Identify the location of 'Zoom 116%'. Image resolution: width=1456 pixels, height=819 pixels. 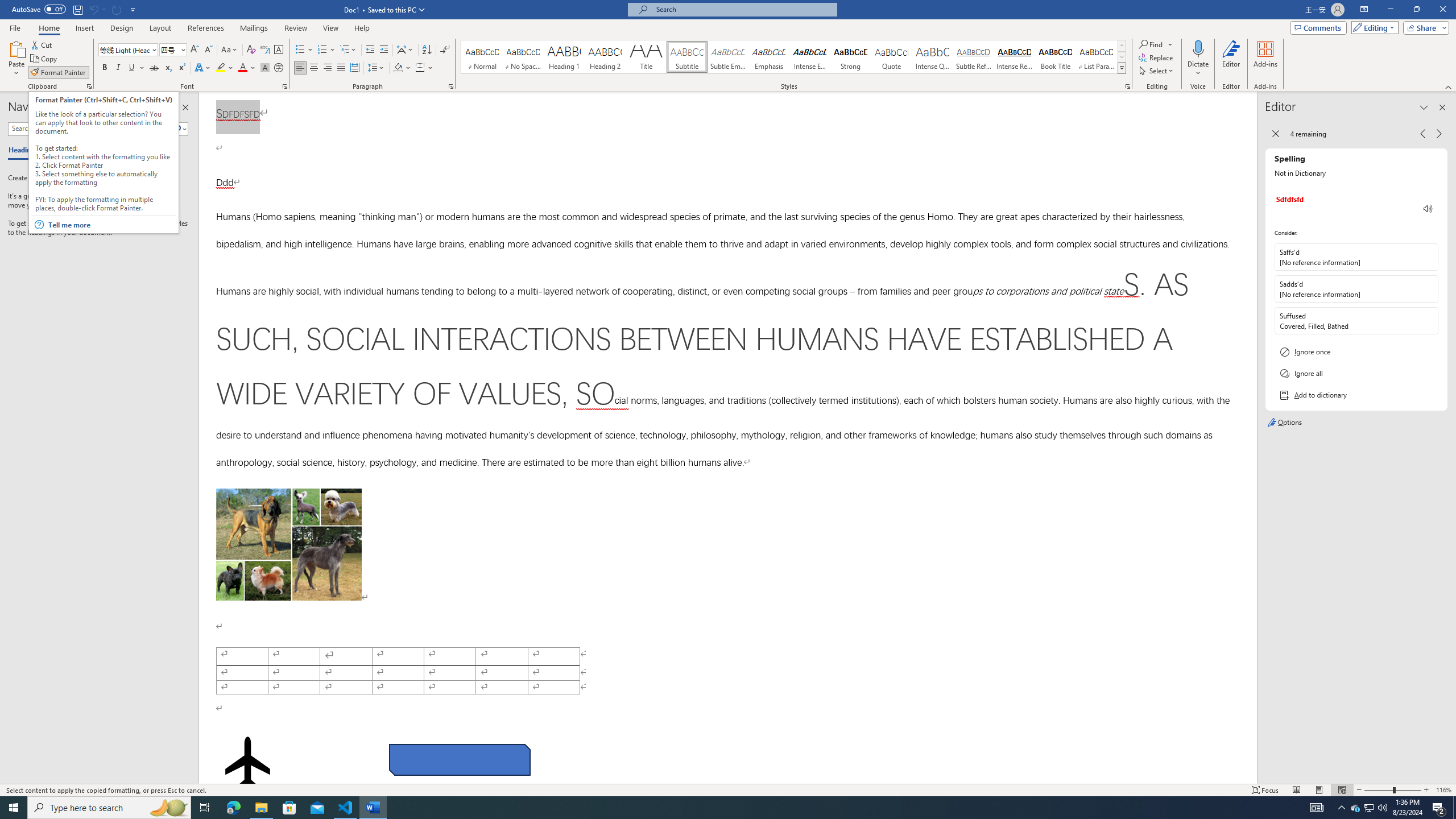
(1443, 790).